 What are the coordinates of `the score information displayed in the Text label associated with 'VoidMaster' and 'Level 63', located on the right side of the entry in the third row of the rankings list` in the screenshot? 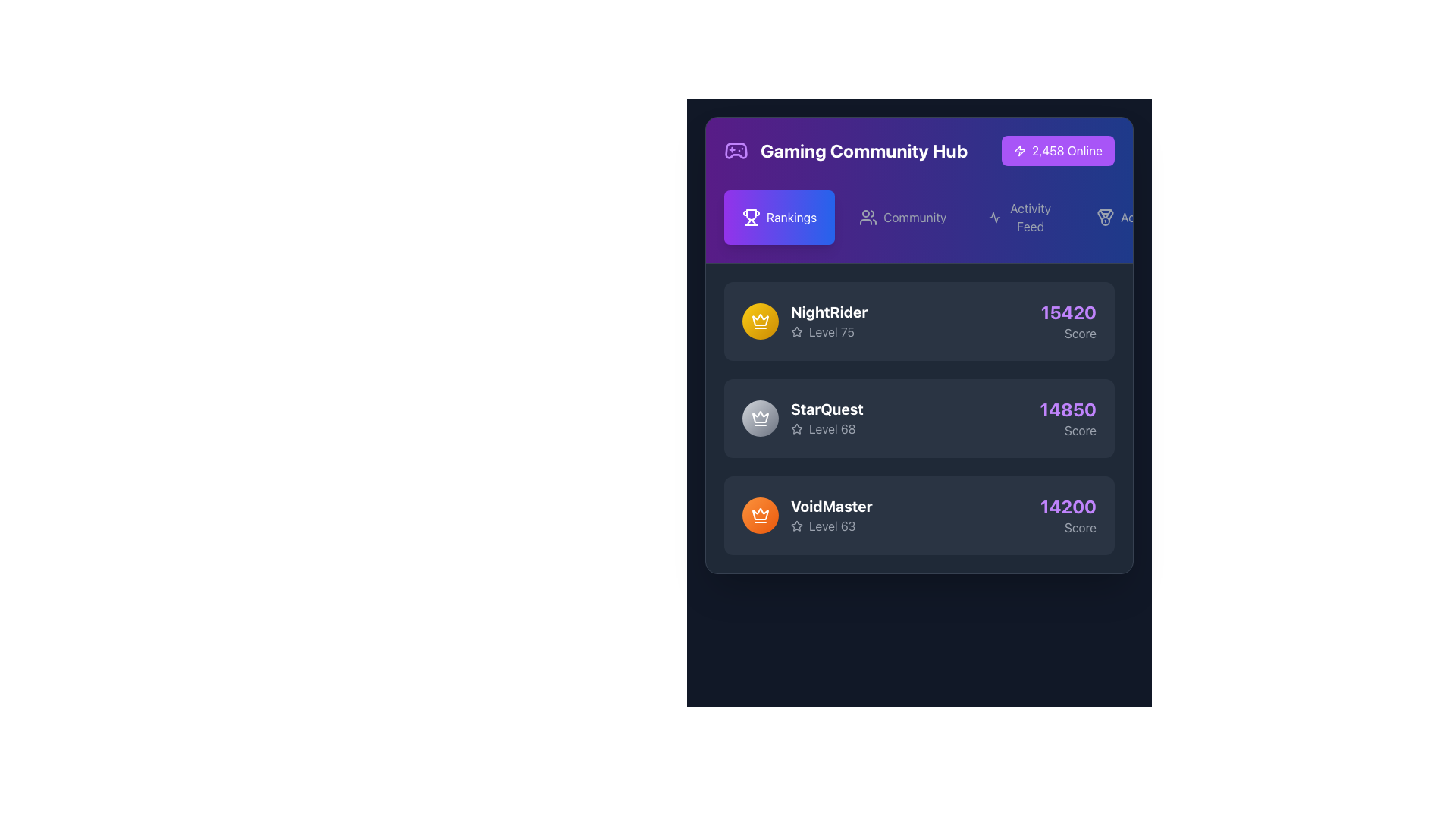 It's located at (1067, 514).